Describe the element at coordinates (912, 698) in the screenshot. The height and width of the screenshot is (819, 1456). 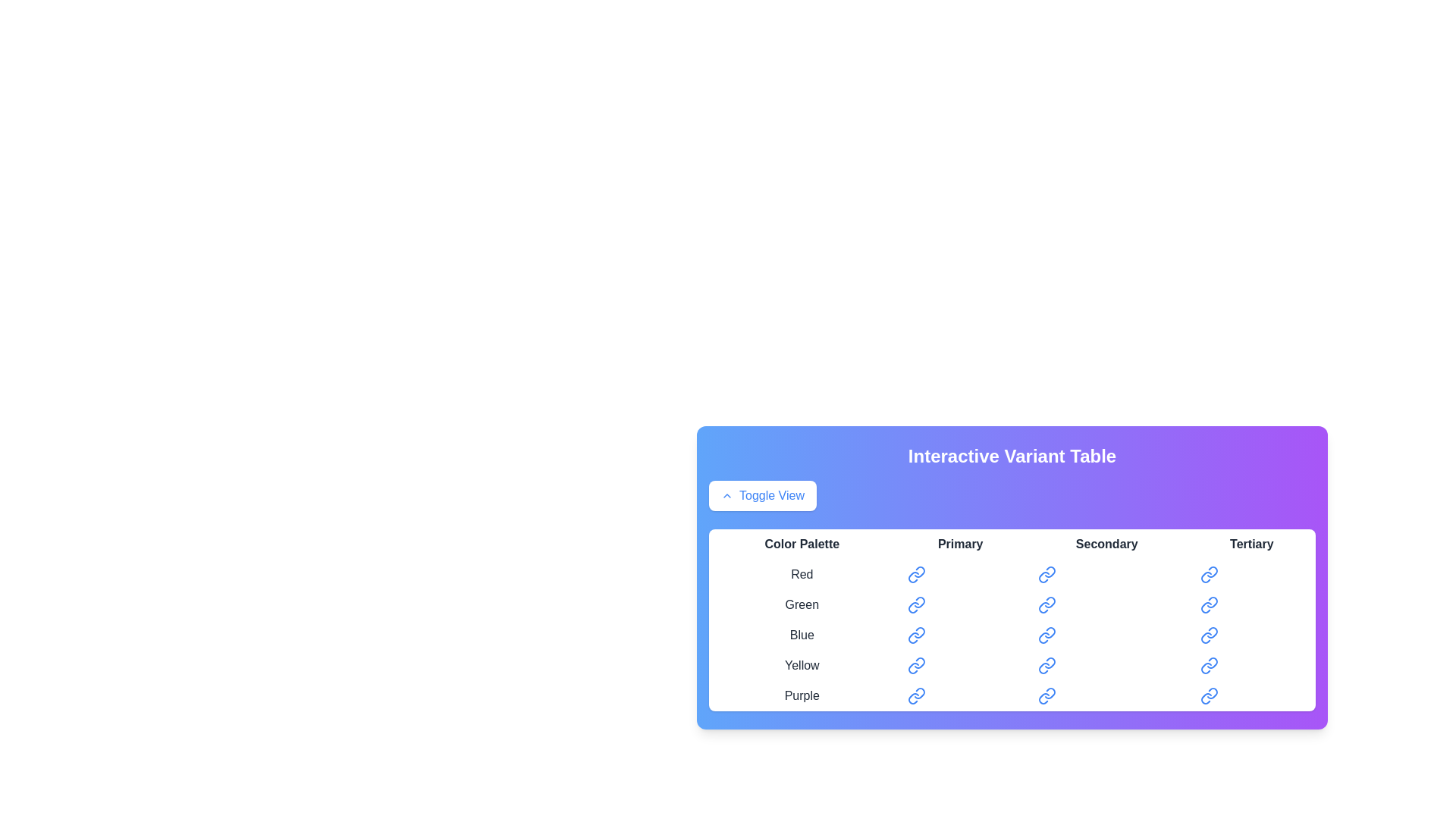
I see `the interactive purple chain-link SVG icon located` at that location.